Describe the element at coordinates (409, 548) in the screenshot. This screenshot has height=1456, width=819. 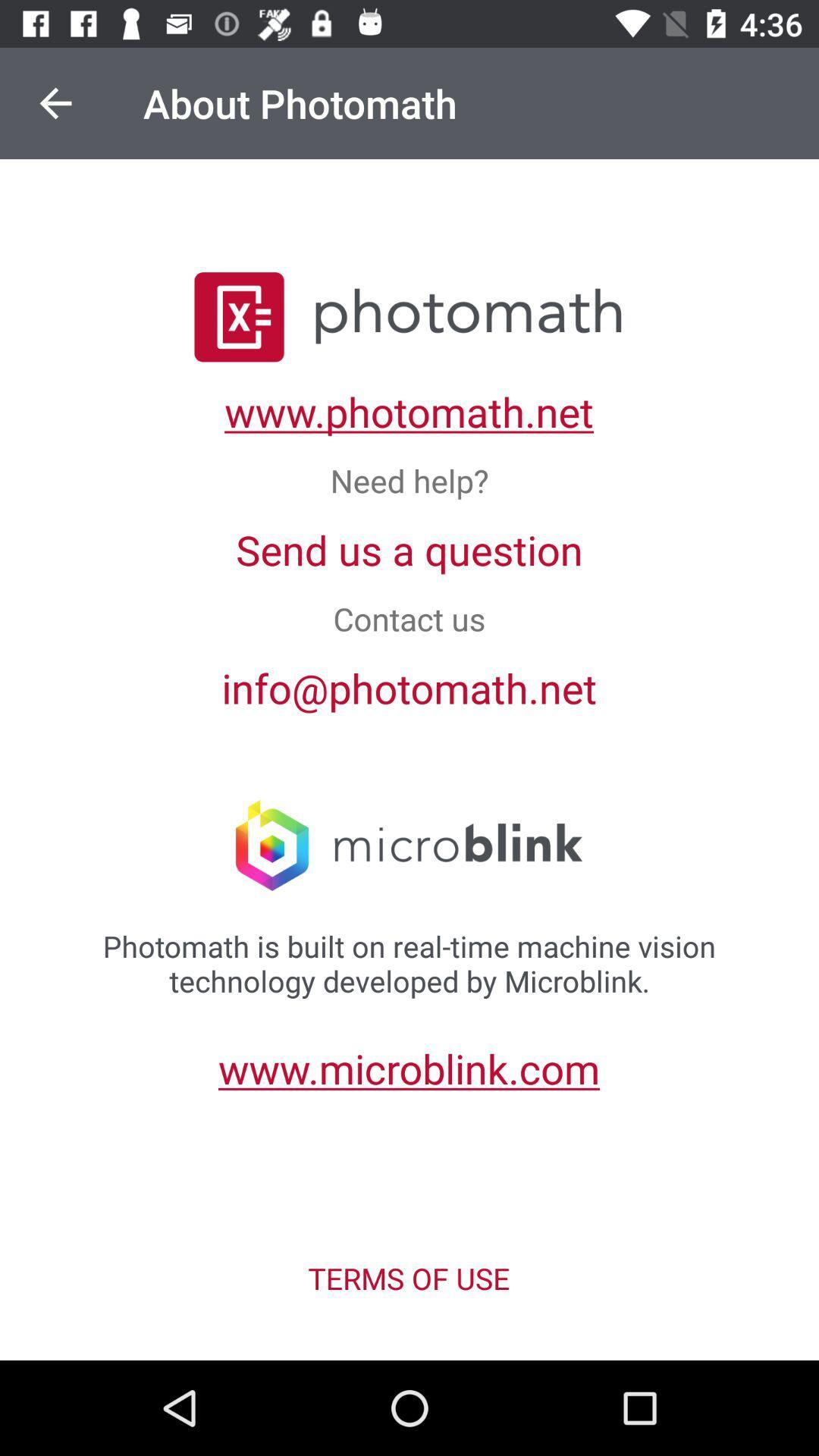
I see `item above the contact us icon` at that location.